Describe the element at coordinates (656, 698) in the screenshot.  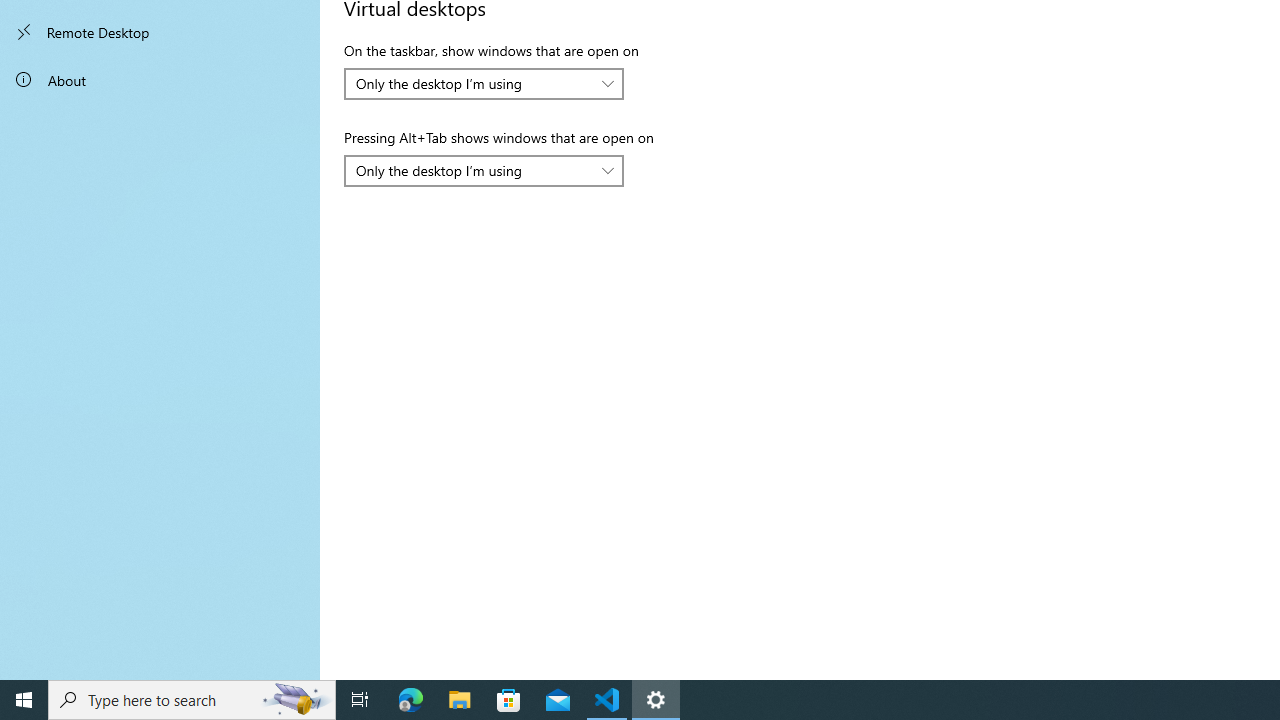
I see `'Settings - 1 running window'` at that location.